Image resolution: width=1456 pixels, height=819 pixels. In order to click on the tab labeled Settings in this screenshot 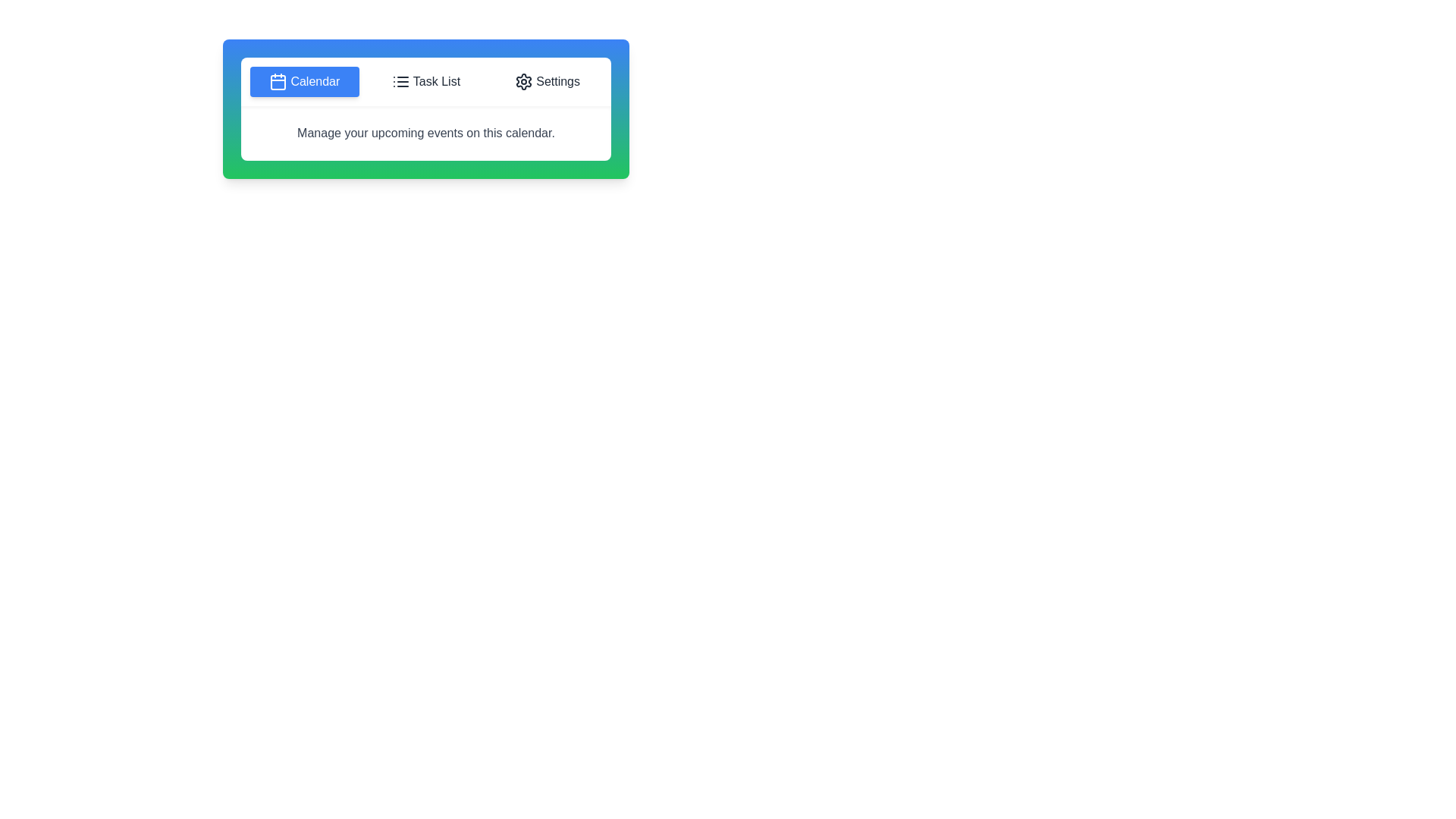, I will do `click(547, 82)`.